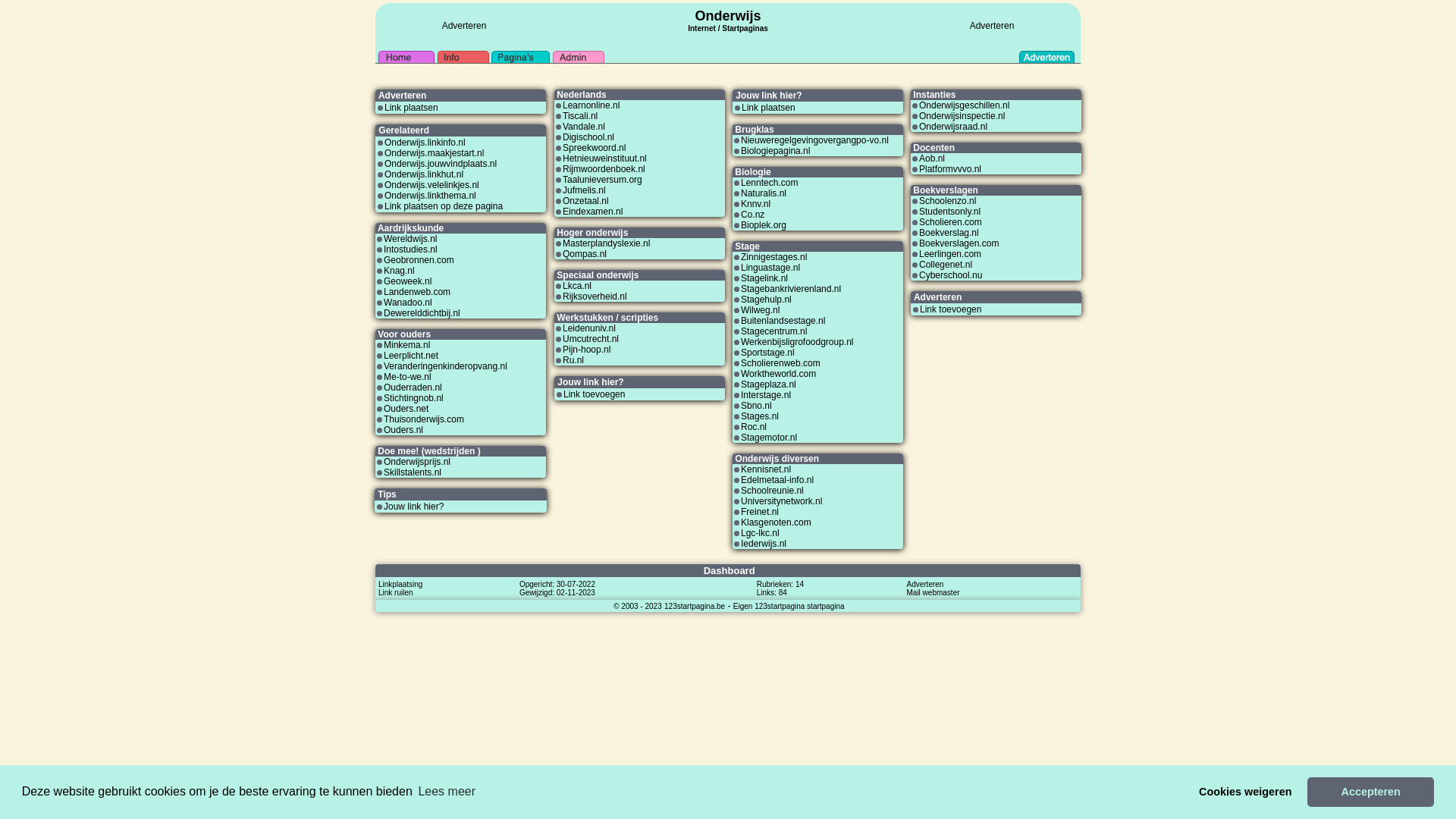  What do you see at coordinates (415, 791) in the screenshot?
I see `'Lees meer'` at bounding box center [415, 791].